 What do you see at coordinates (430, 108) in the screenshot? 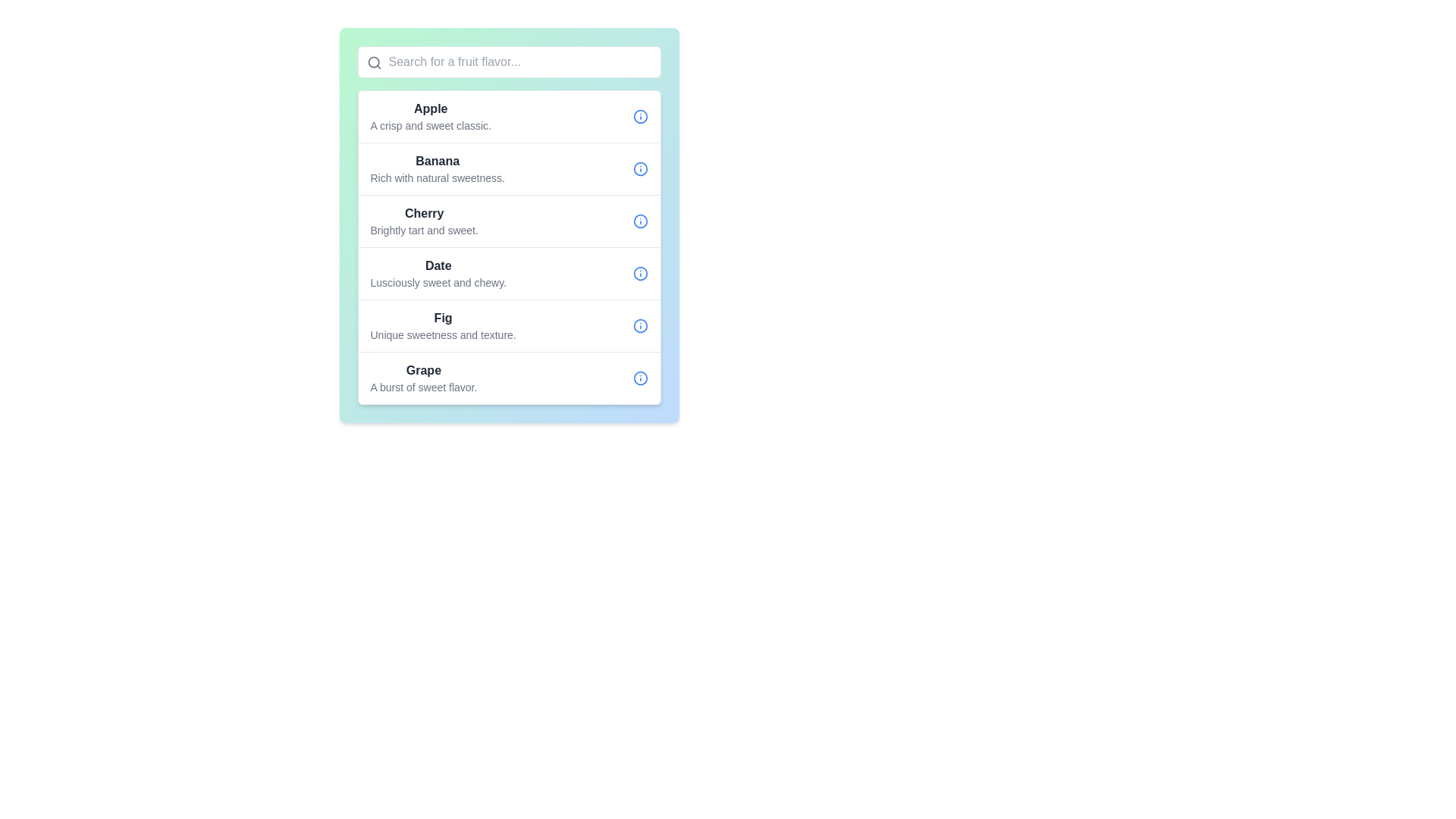
I see `the heading label that represents the name of a fruit, located above the descriptive text 'A crisp and sweet classic.'` at bounding box center [430, 108].